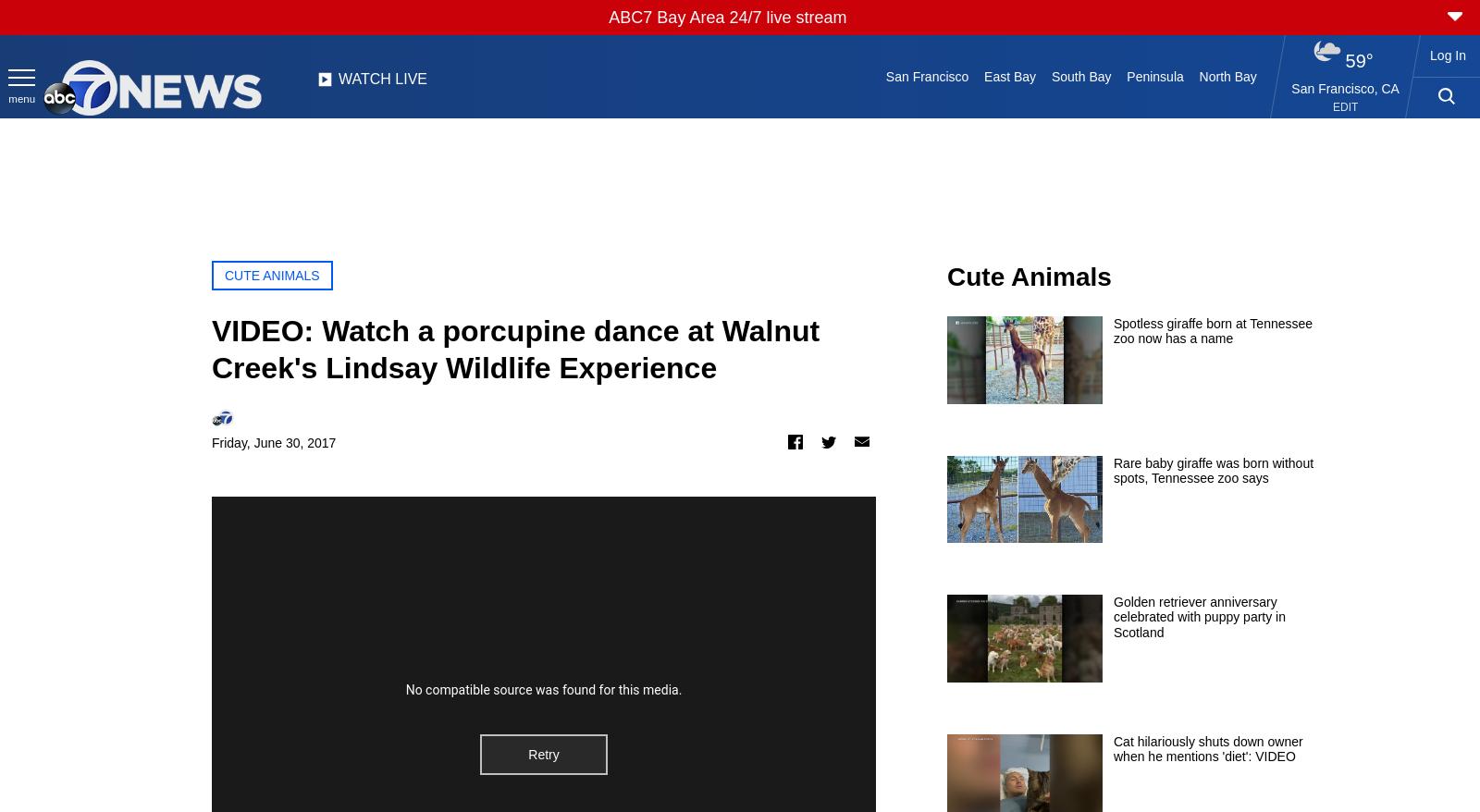  What do you see at coordinates (1358, 61) in the screenshot?
I see `'59°'` at bounding box center [1358, 61].